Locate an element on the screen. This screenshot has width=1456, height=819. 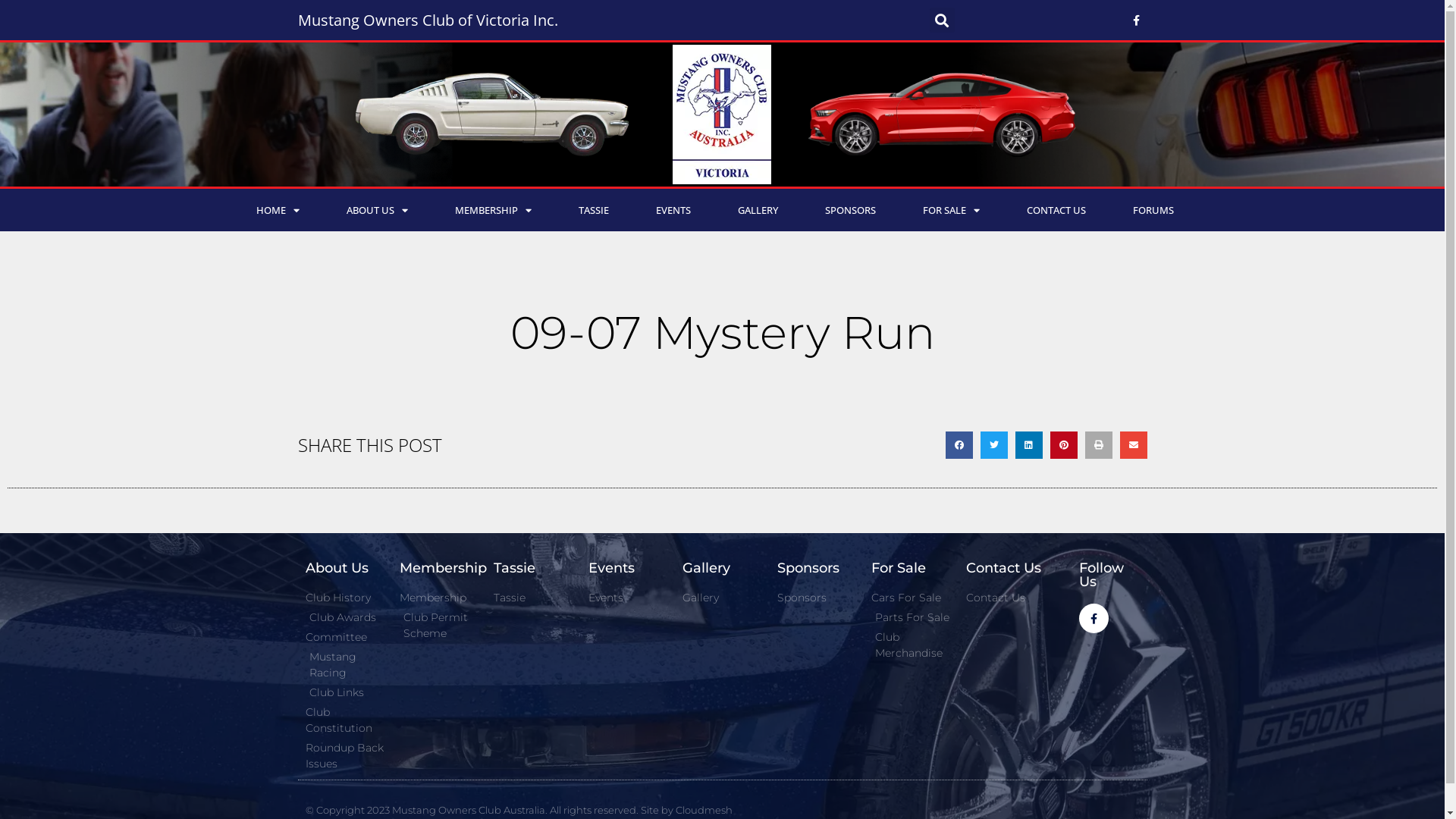
'mocavic_logo' is located at coordinates (720, 113).